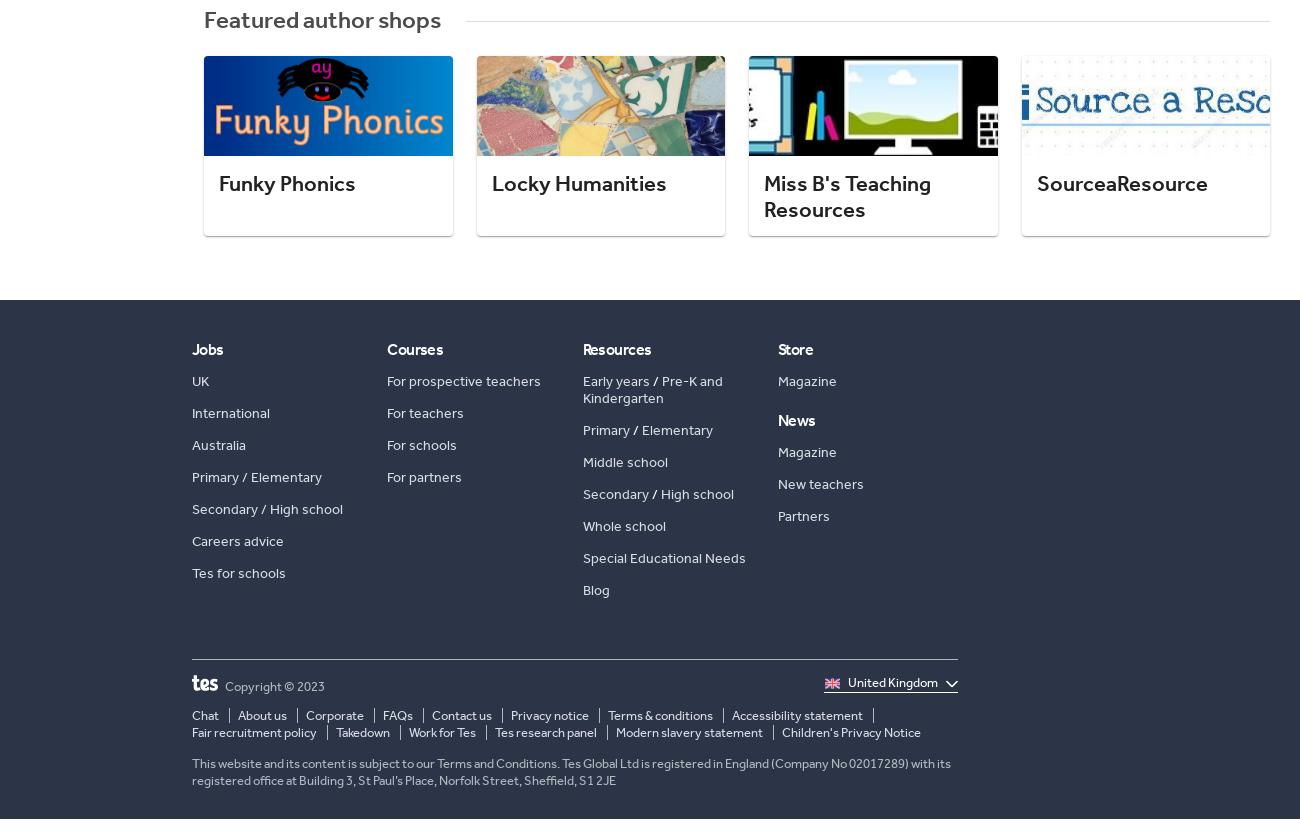 Image resolution: width=1300 pixels, height=835 pixels. Describe the element at coordinates (414, 348) in the screenshot. I see `'Courses'` at that location.